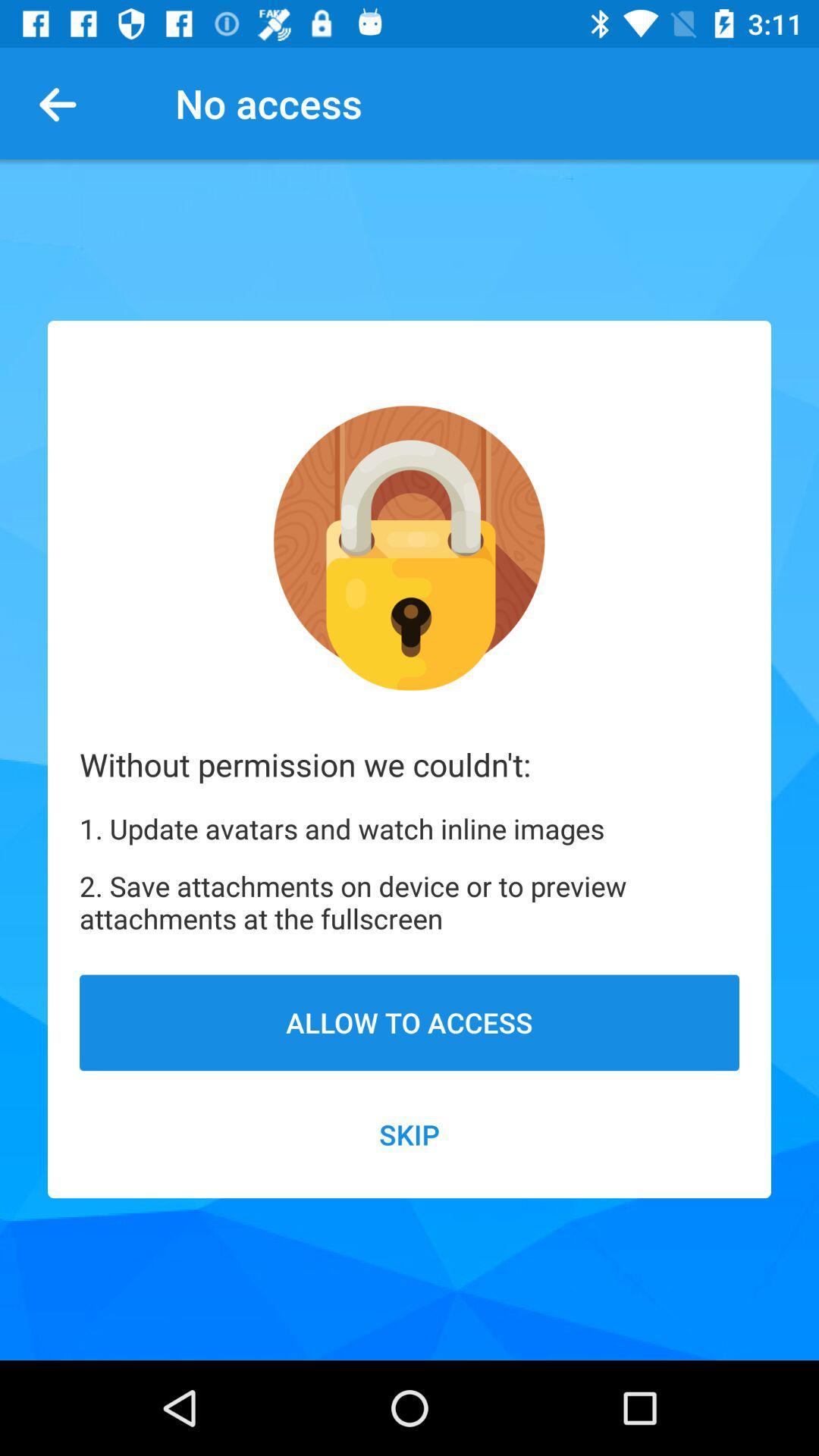 Image resolution: width=819 pixels, height=1456 pixels. What do you see at coordinates (409, 1022) in the screenshot?
I see `the item below 2 save attachments item` at bounding box center [409, 1022].